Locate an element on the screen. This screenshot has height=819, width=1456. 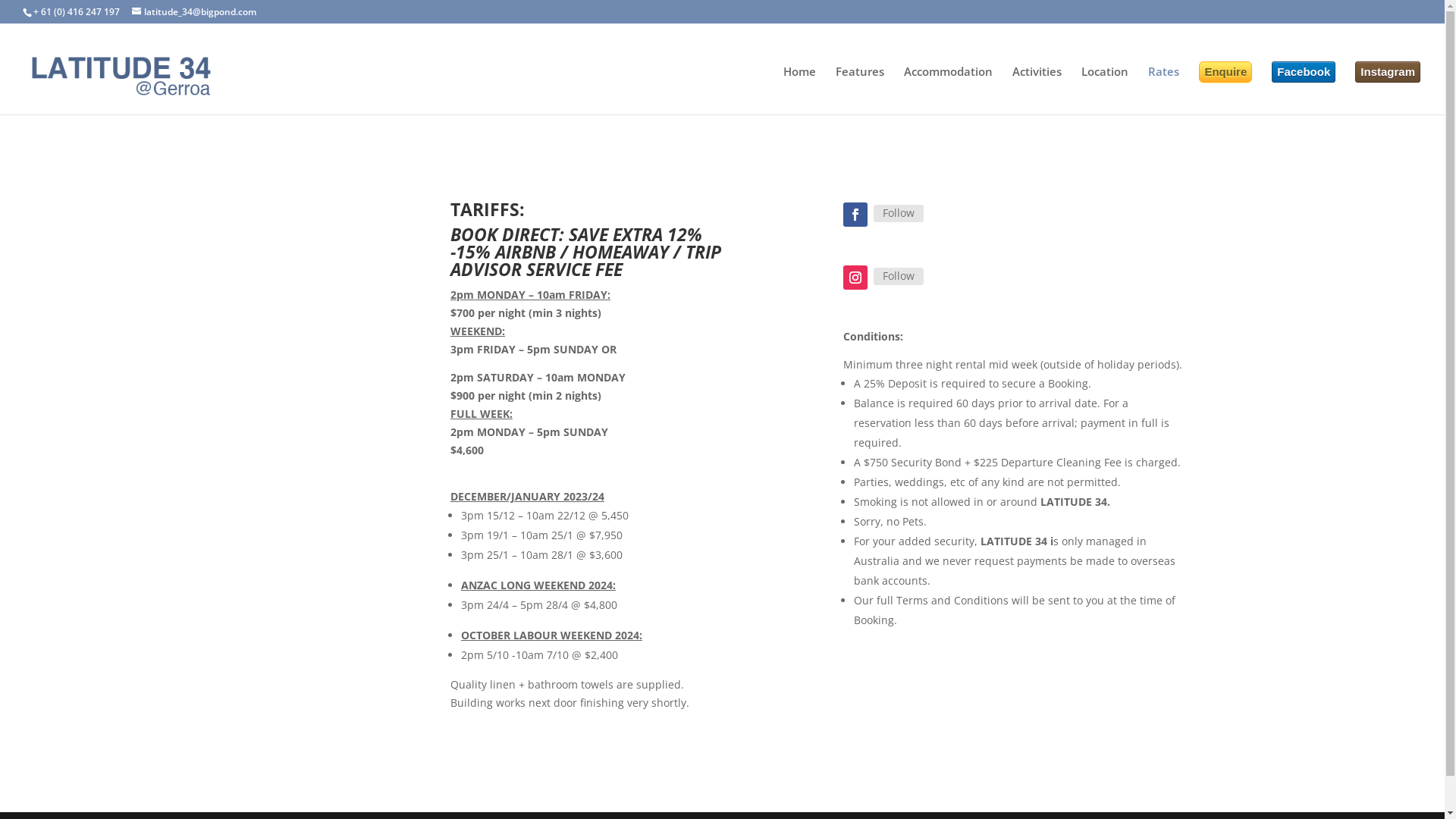
'+ 61 (0) 416 247 197' is located at coordinates (75, 11).